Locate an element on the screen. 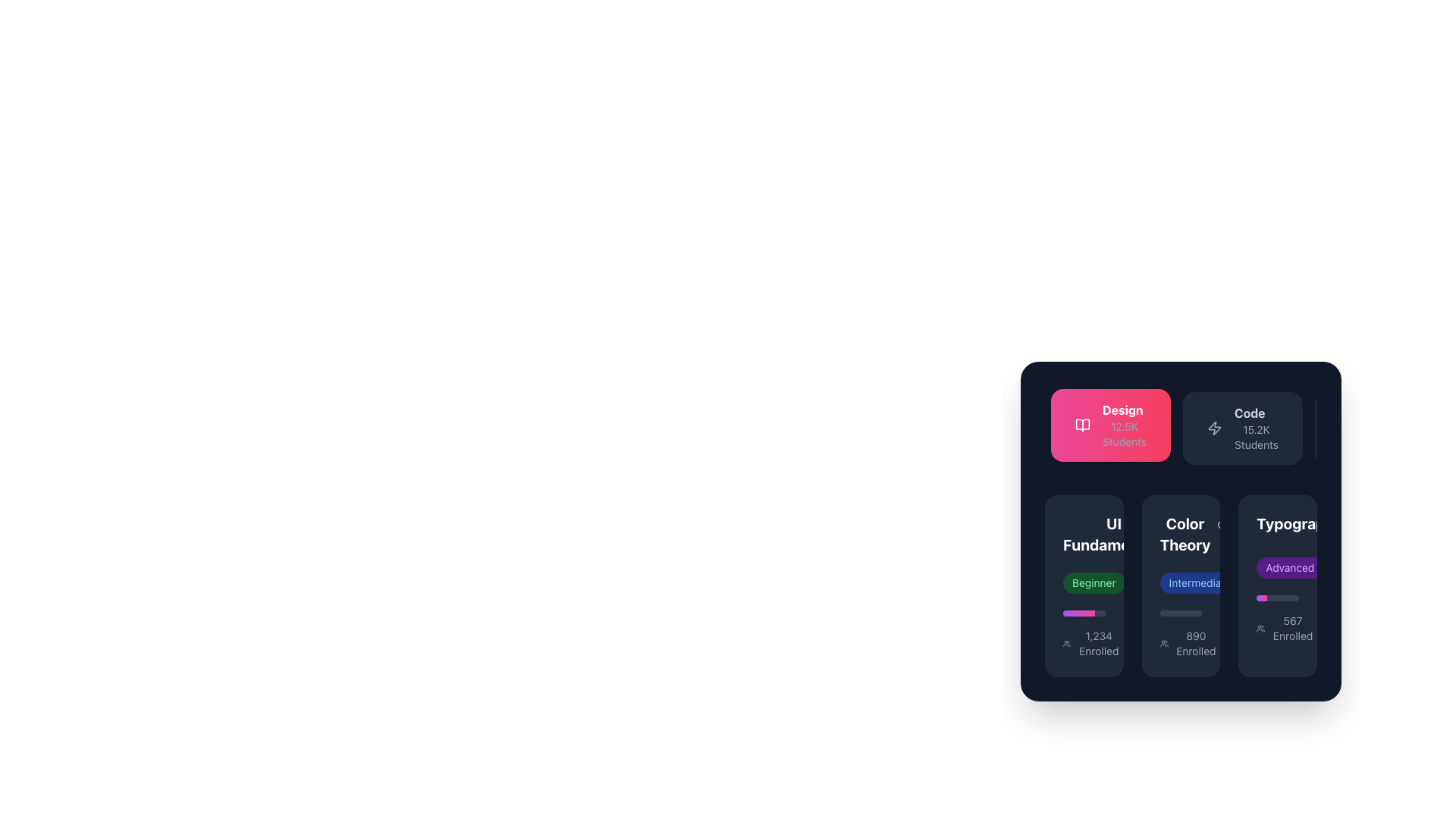 The image size is (1456, 819). the title text of the 'Color Theory' course located in the upper section of the 'Color Theory' card group is located at coordinates (1180, 534).